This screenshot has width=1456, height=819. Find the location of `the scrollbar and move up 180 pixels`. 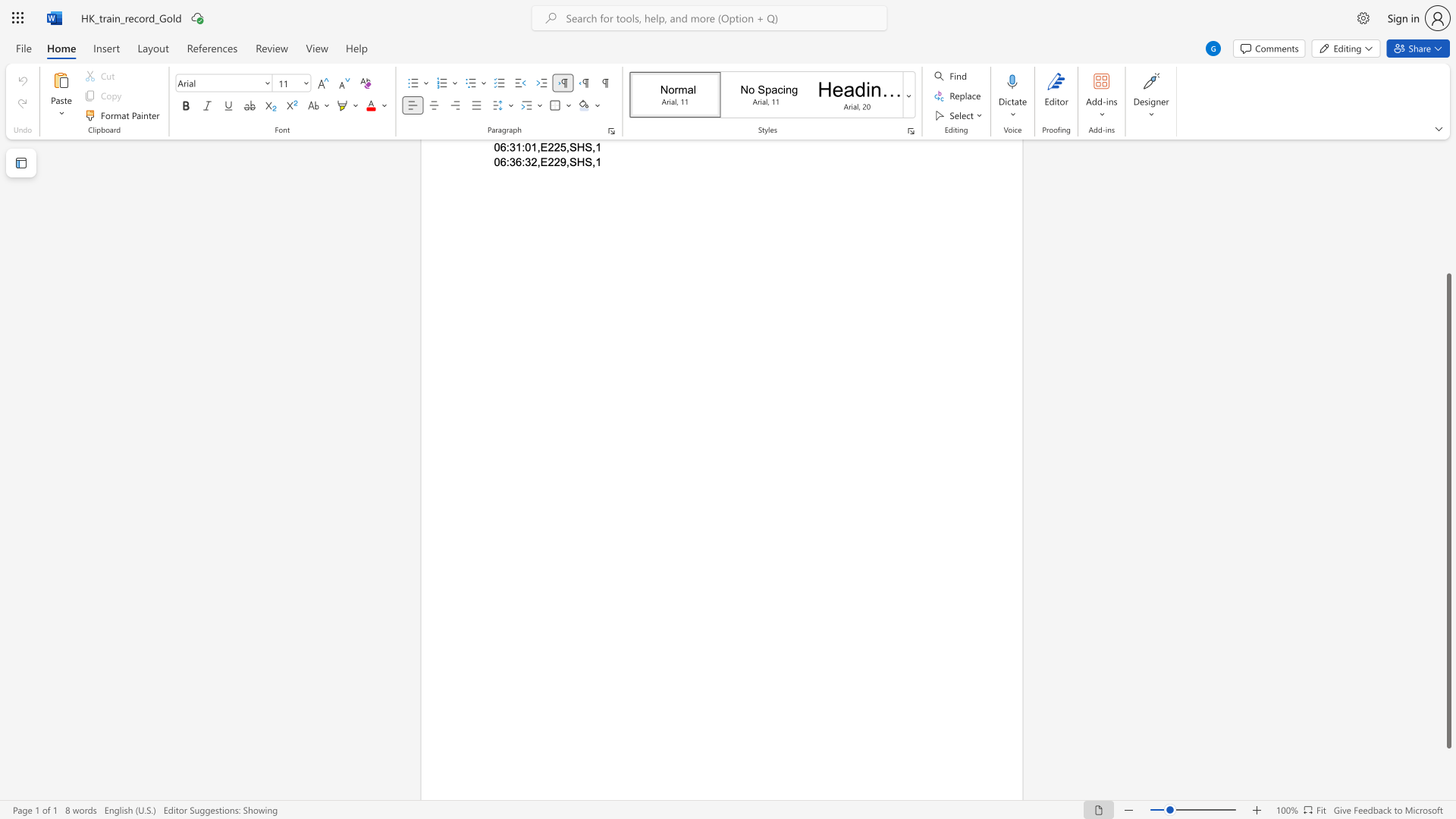

the scrollbar and move up 180 pixels is located at coordinates (1448, 511).